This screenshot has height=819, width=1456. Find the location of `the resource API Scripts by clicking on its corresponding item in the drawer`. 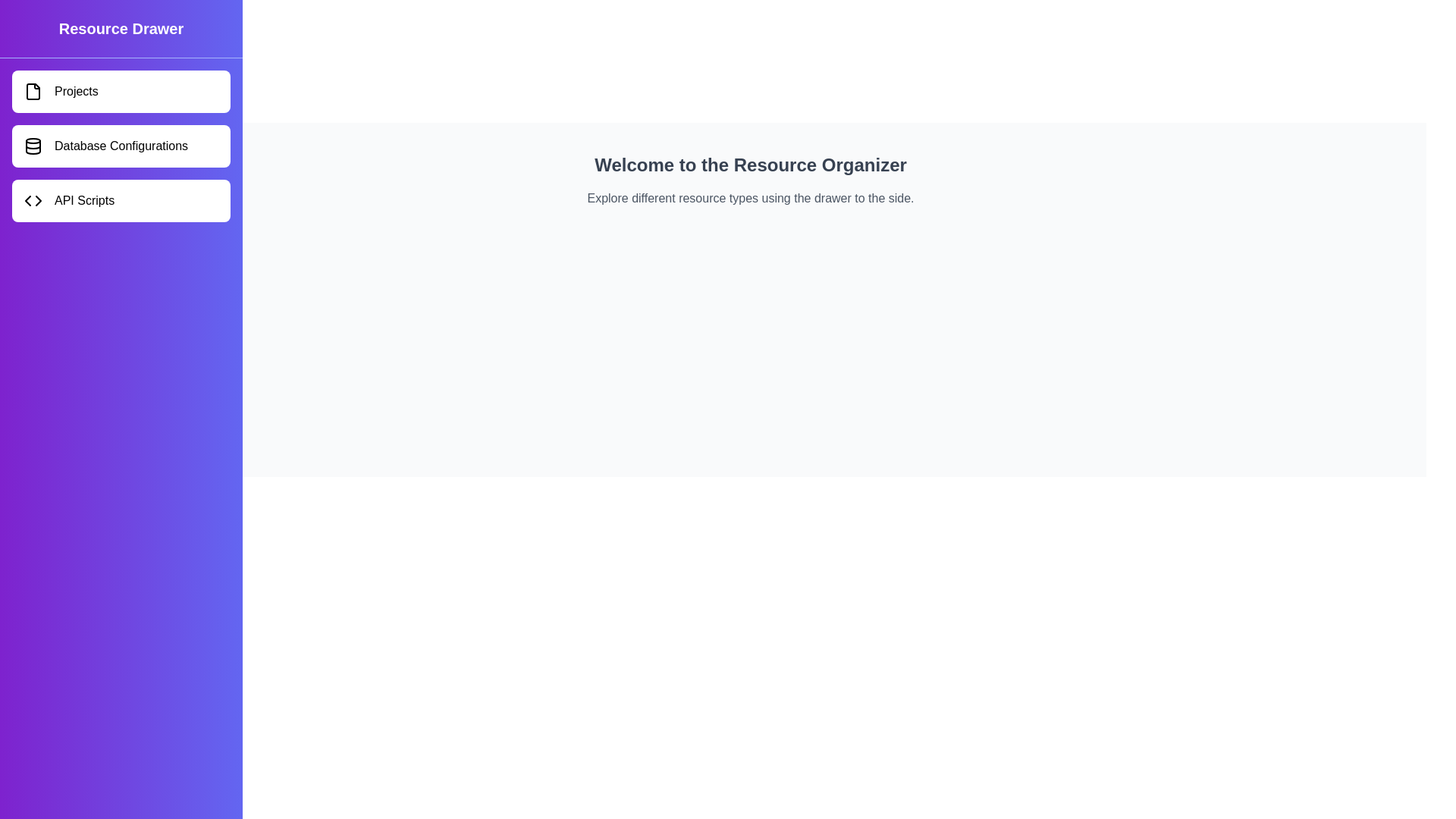

the resource API Scripts by clicking on its corresponding item in the drawer is located at coordinates (120, 200).